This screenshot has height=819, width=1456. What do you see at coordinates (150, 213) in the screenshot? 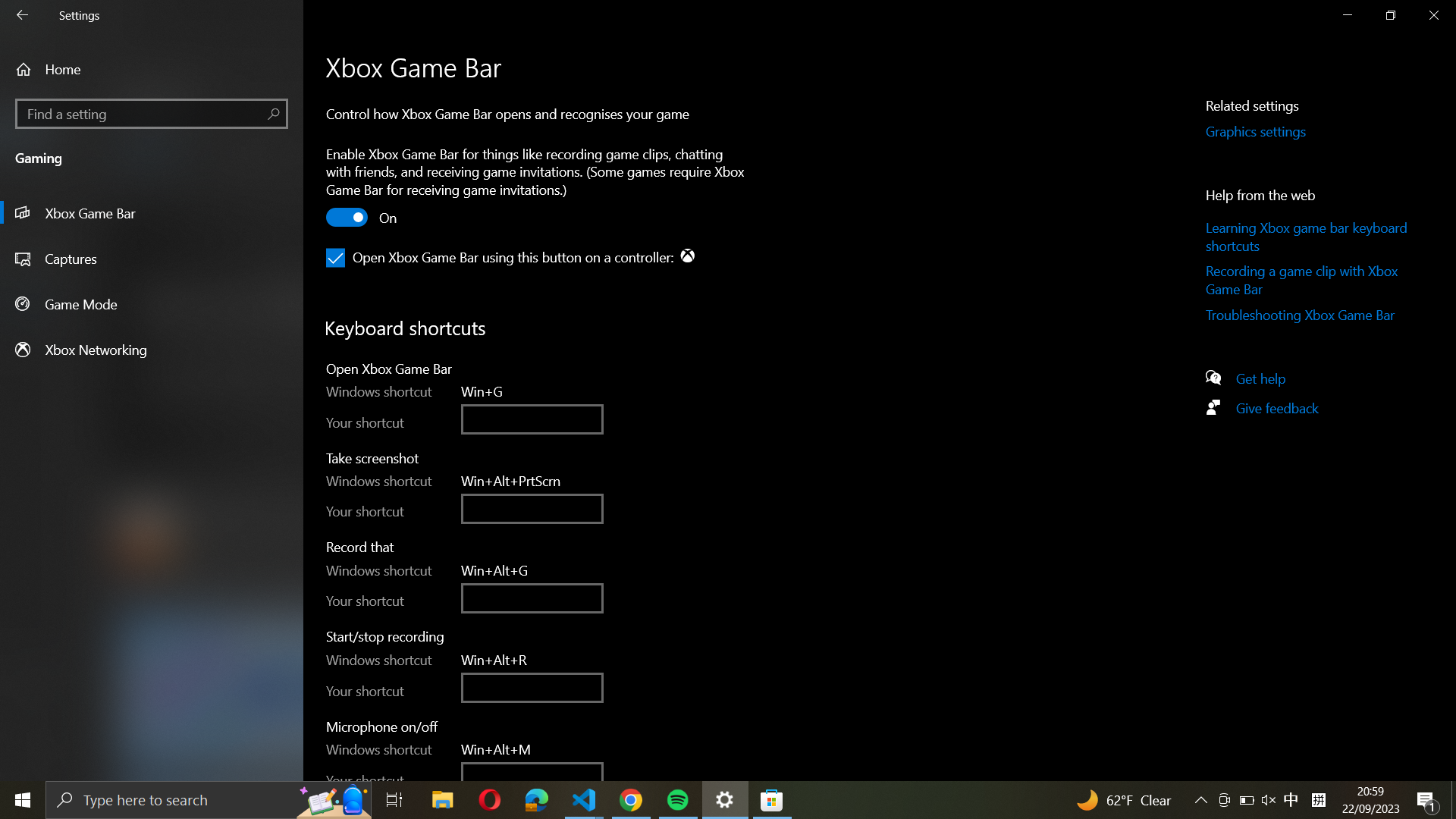
I see `the Game Bar configuration` at bounding box center [150, 213].